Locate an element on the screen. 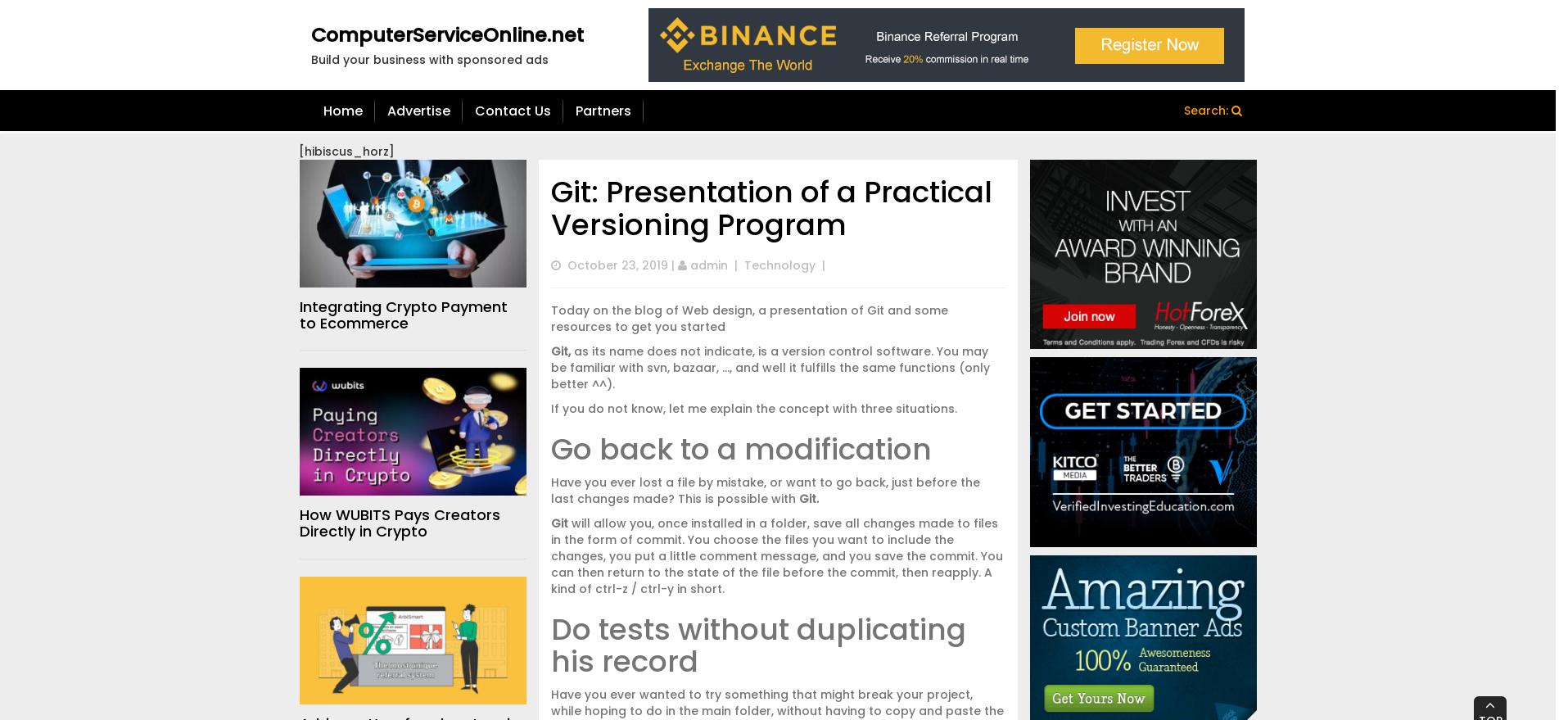 The image size is (1568, 720). 'This is possible with' is located at coordinates (737, 498).